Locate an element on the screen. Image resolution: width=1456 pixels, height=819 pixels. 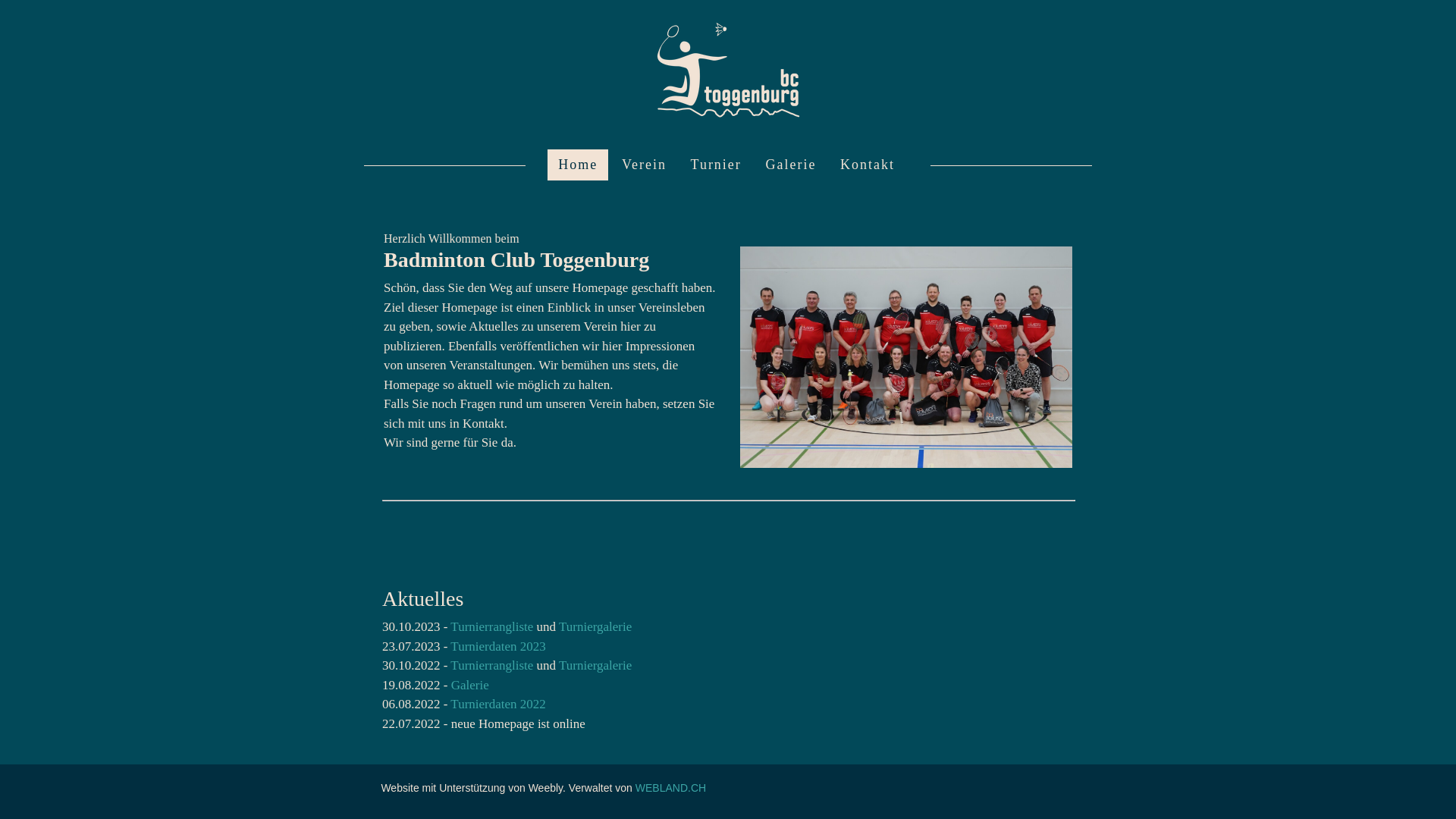
'Turnier' is located at coordinates (715, 165).